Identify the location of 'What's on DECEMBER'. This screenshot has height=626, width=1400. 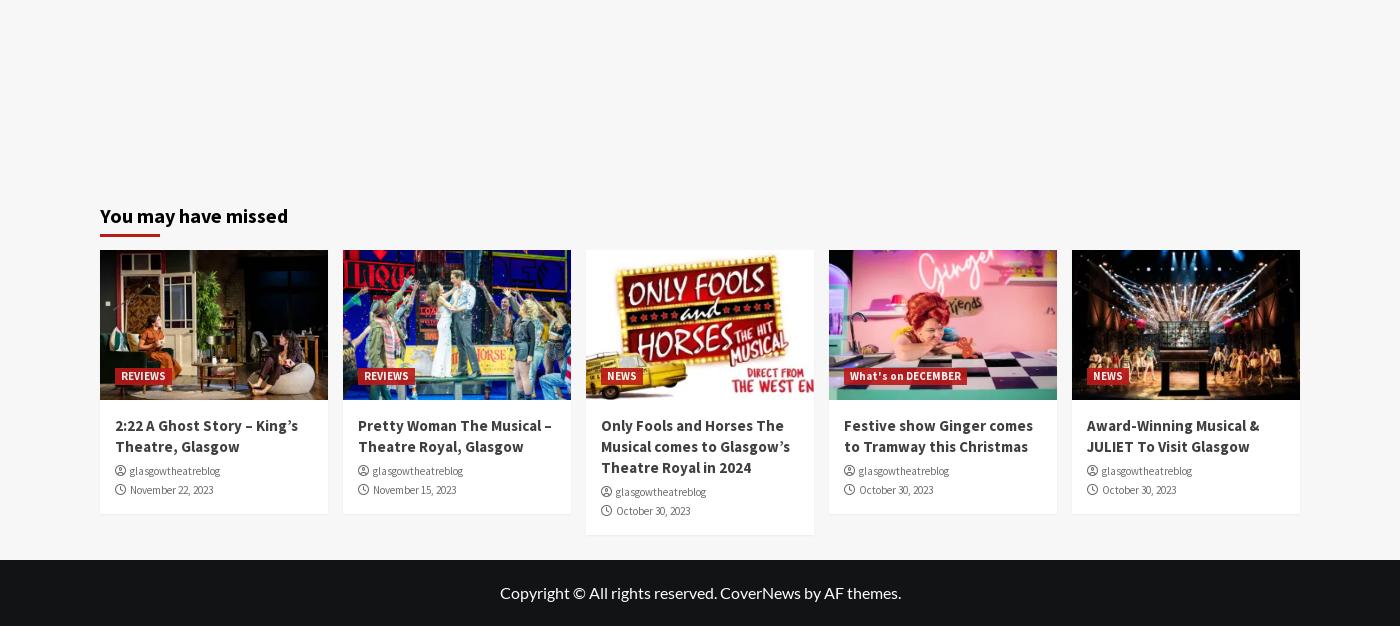
(849, 375).